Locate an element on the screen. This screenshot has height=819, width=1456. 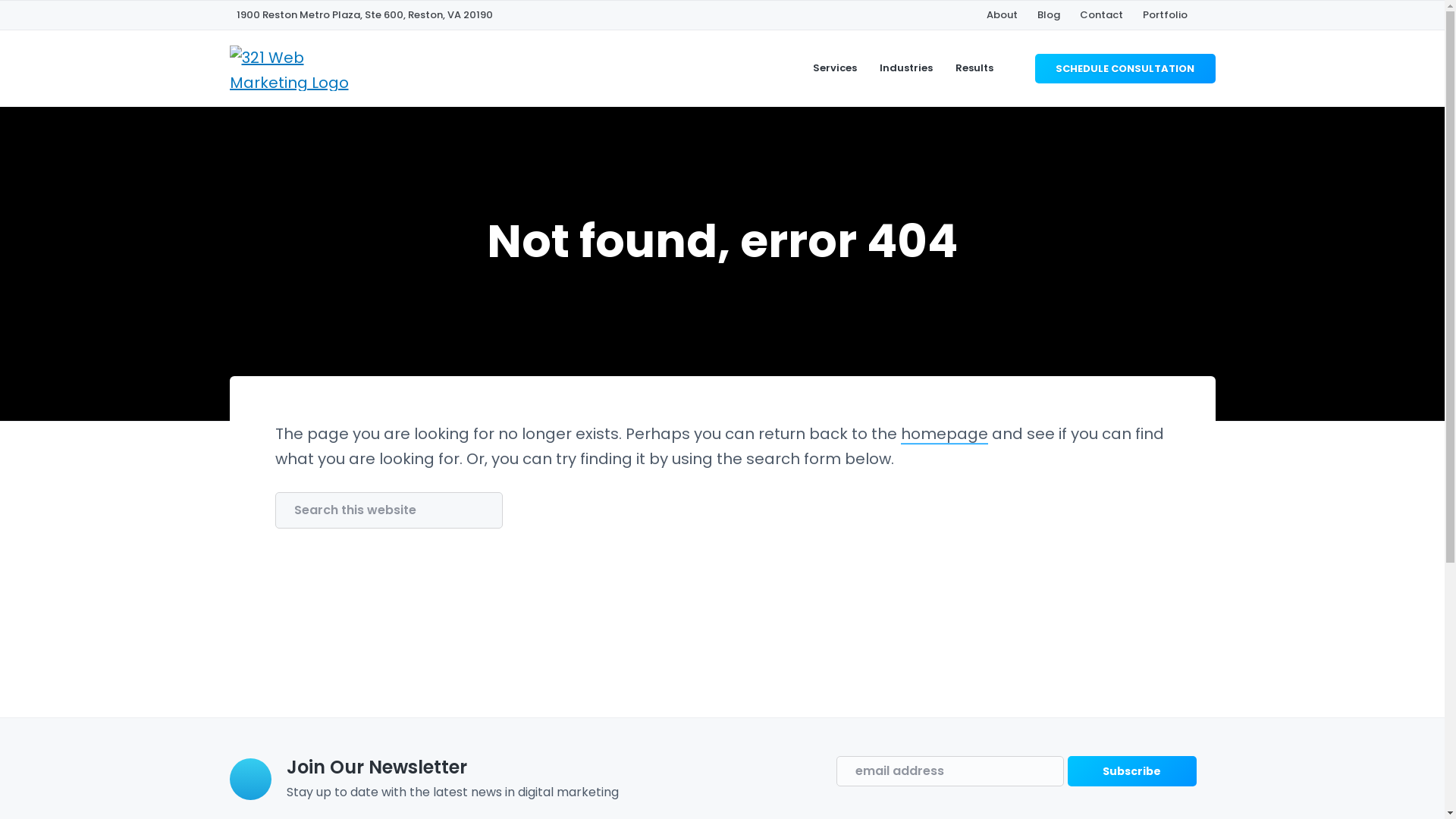
'Blog' is located at coordinates (1037, 14).